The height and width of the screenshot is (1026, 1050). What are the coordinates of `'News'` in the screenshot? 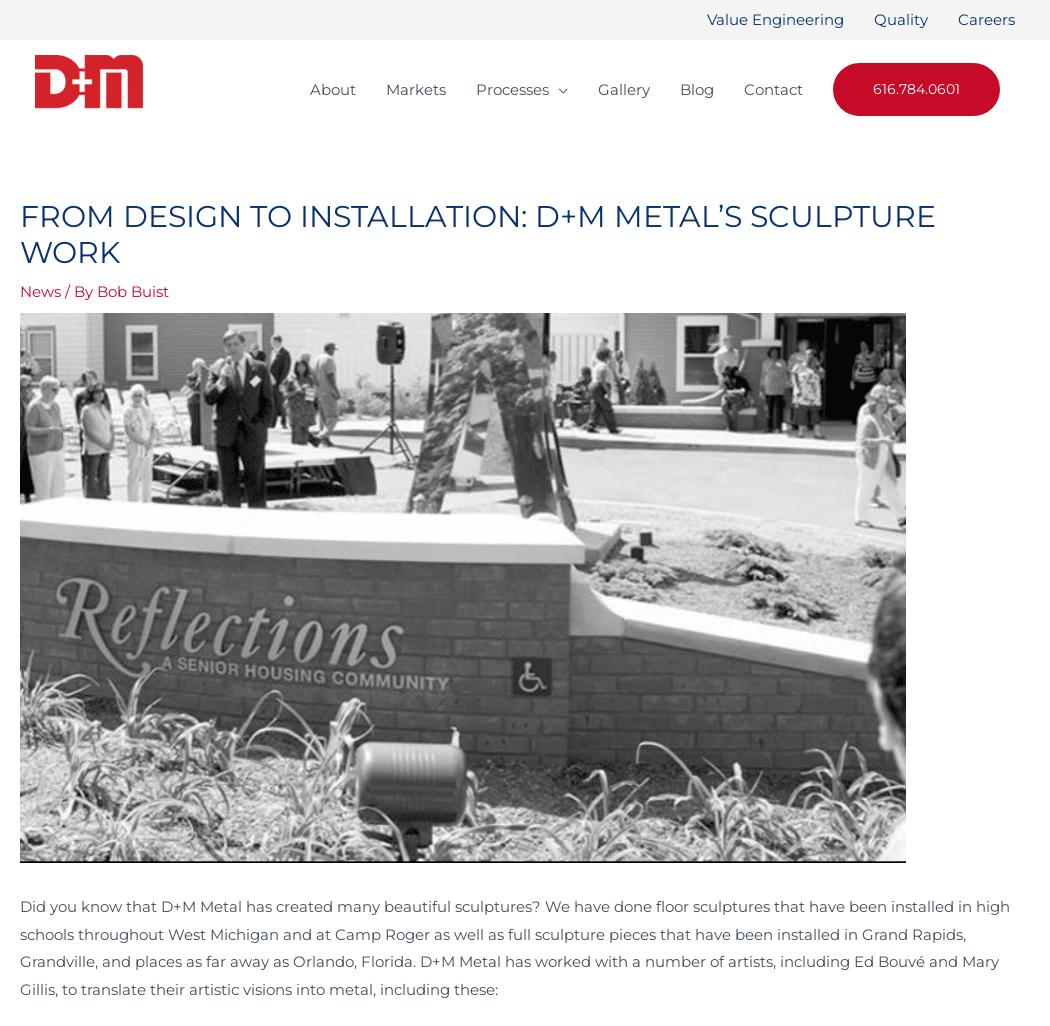 It's located at (39, 290).